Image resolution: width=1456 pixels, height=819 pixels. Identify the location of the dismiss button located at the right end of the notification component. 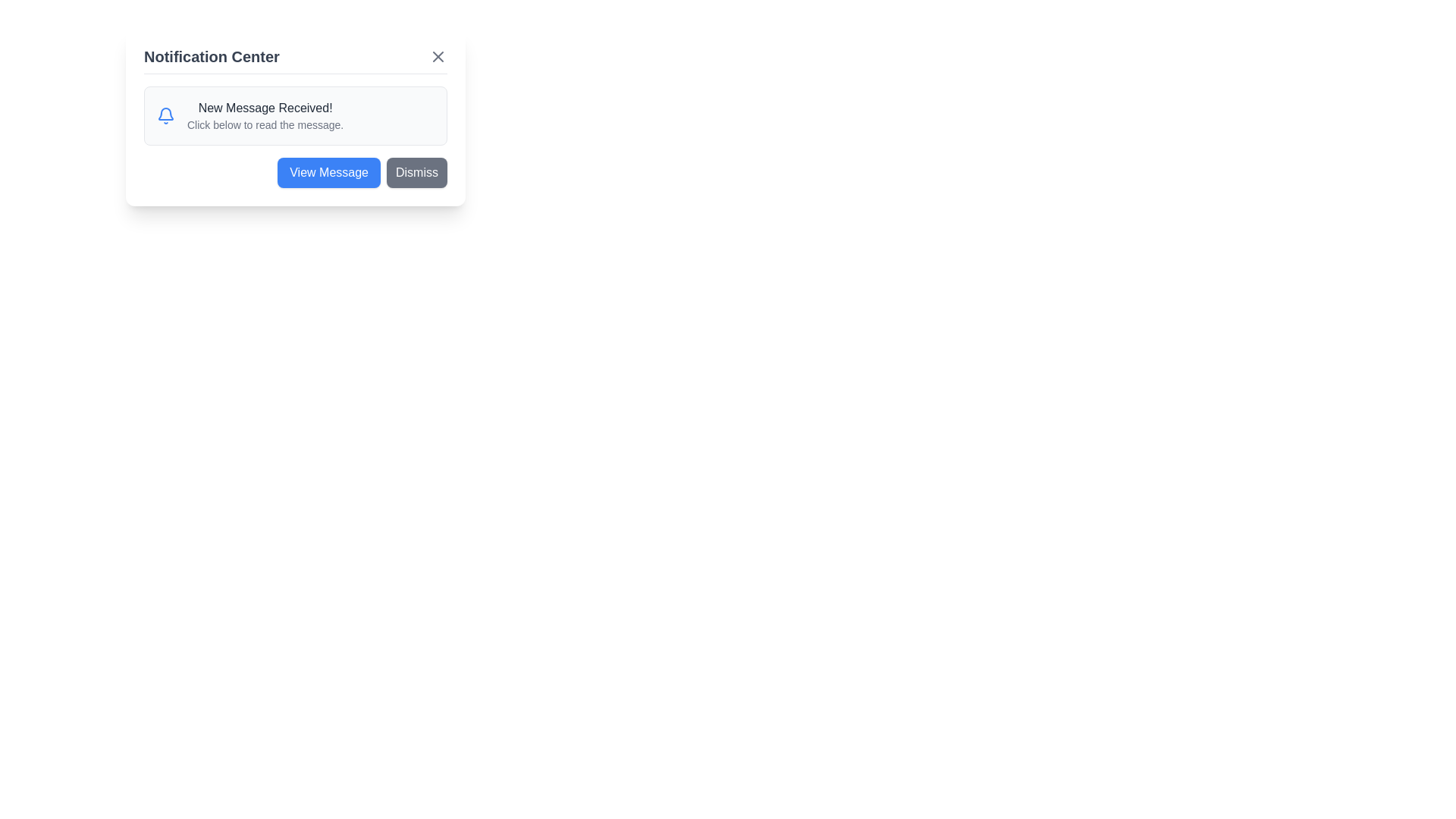
(417, 171).